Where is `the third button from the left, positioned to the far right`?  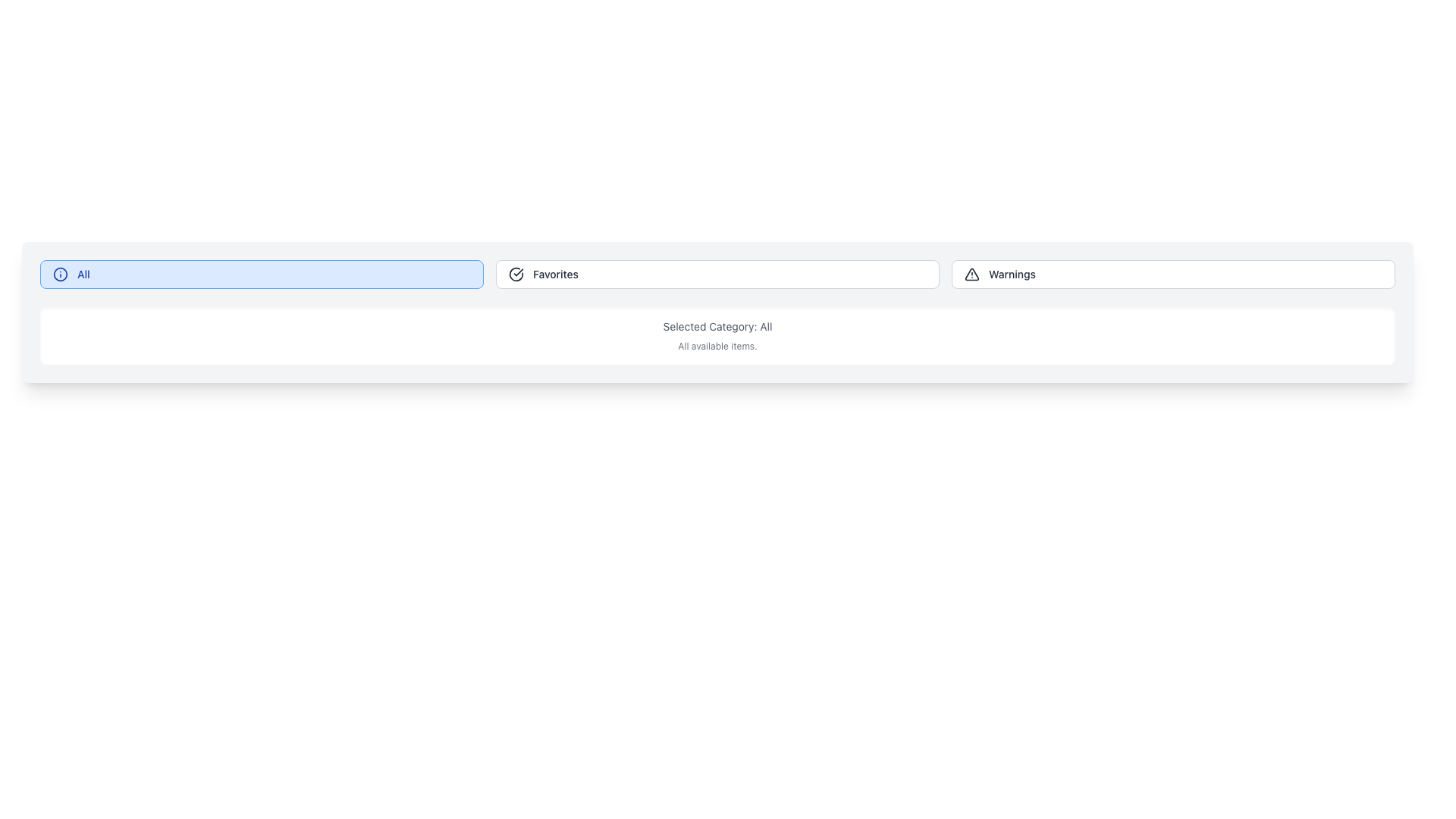 the third button from the left, positioned to the far right is located at coordinates (1172, 275).